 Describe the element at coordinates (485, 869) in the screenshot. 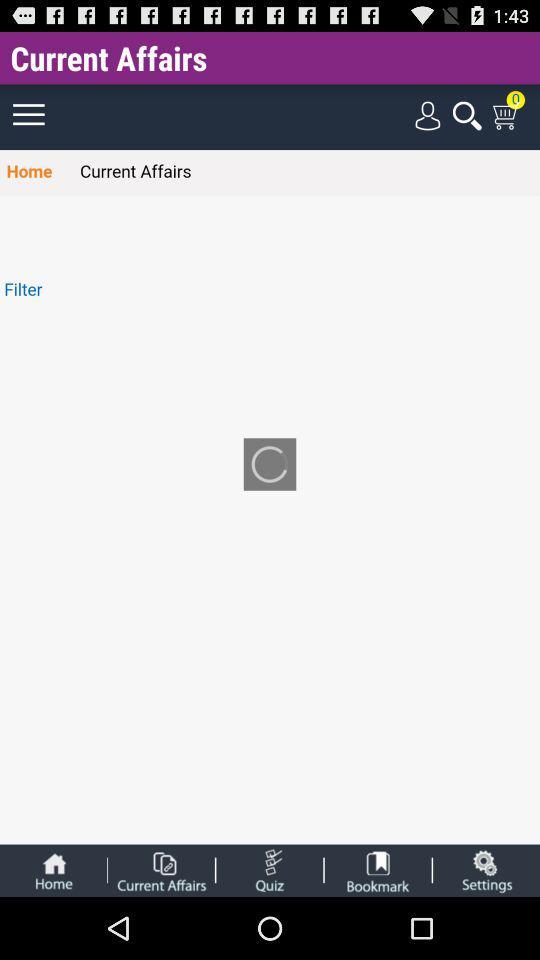

I see `settings` at that location.